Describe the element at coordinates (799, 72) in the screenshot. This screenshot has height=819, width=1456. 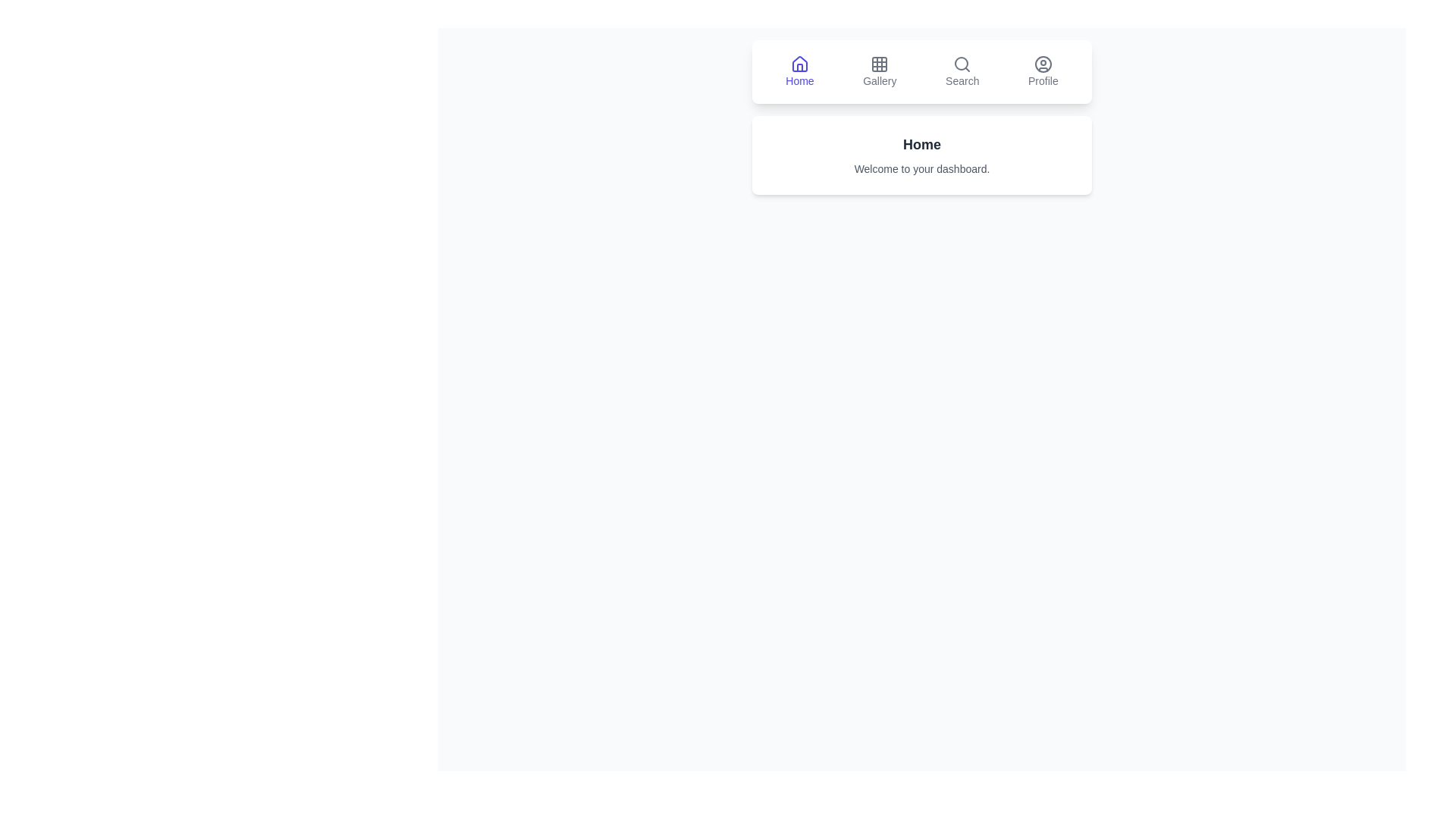
I see `the icon labeled Home in the navigation bar` at that location.